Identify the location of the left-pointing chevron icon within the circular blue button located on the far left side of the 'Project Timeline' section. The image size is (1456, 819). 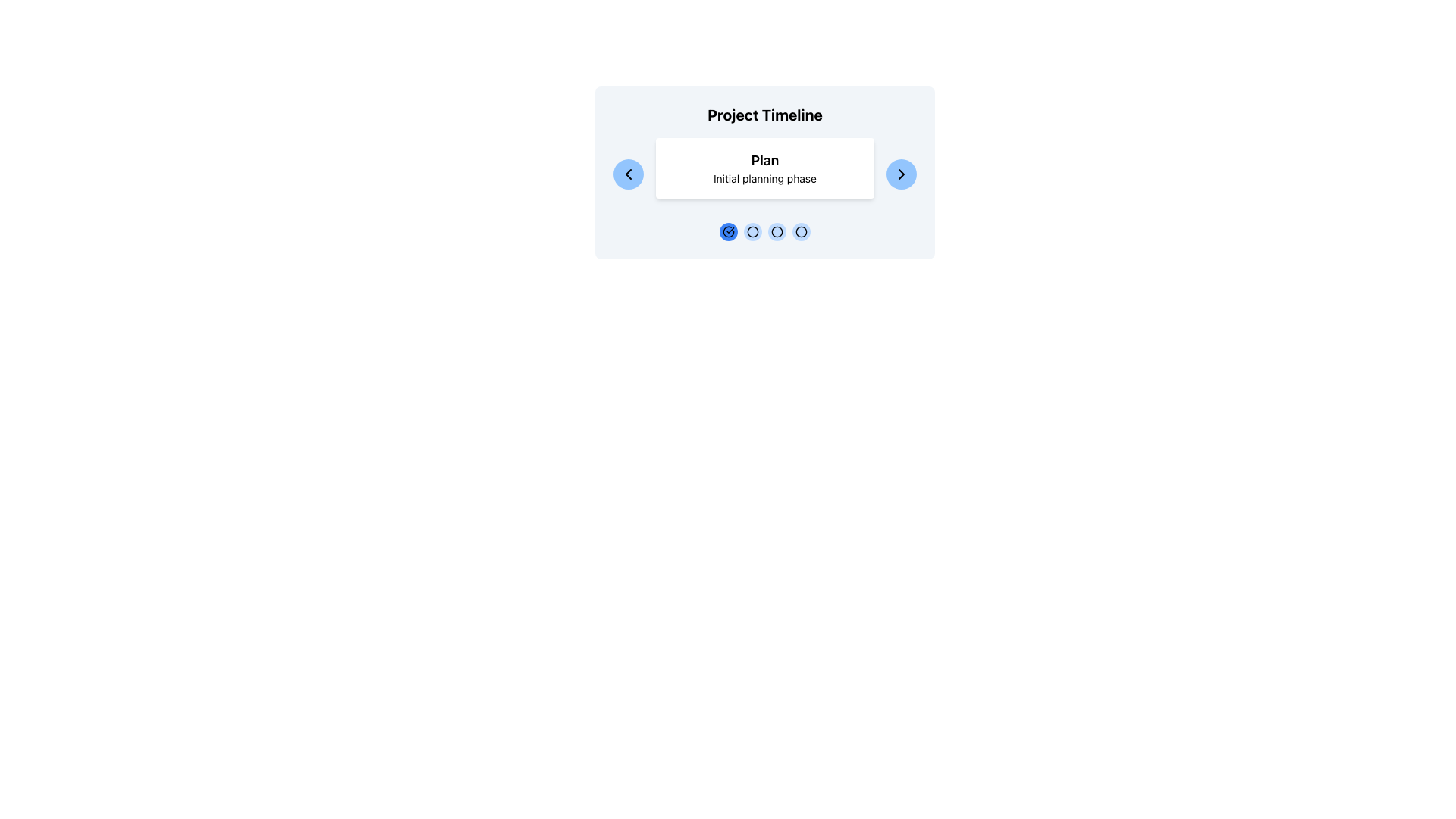
(629, 174).